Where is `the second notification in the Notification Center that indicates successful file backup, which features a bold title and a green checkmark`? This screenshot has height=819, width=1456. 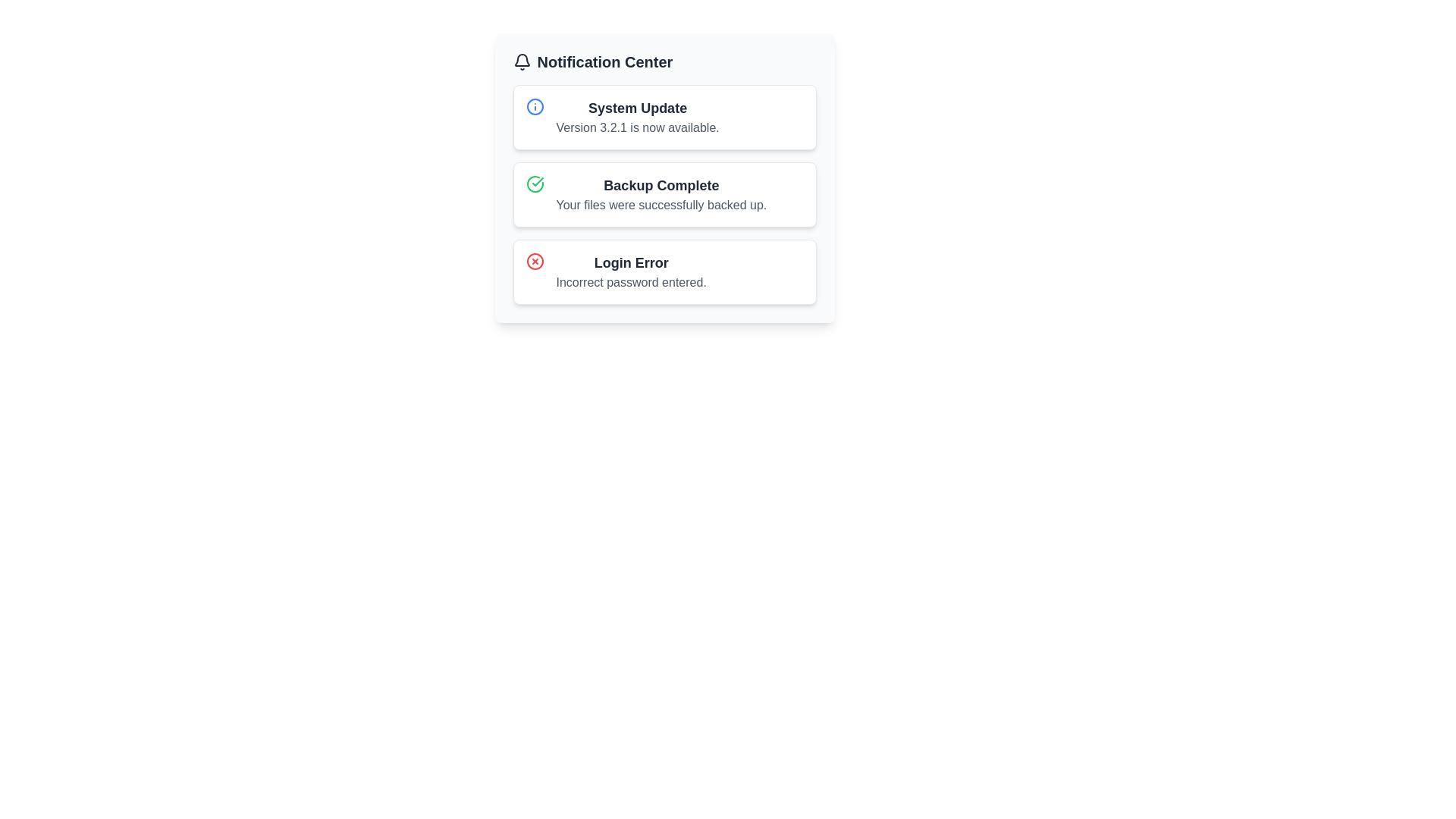 the second notification in the Notification Center that indicates successful file backup, which features a bold title and a green checkmark is located at coordinates (664, 194).